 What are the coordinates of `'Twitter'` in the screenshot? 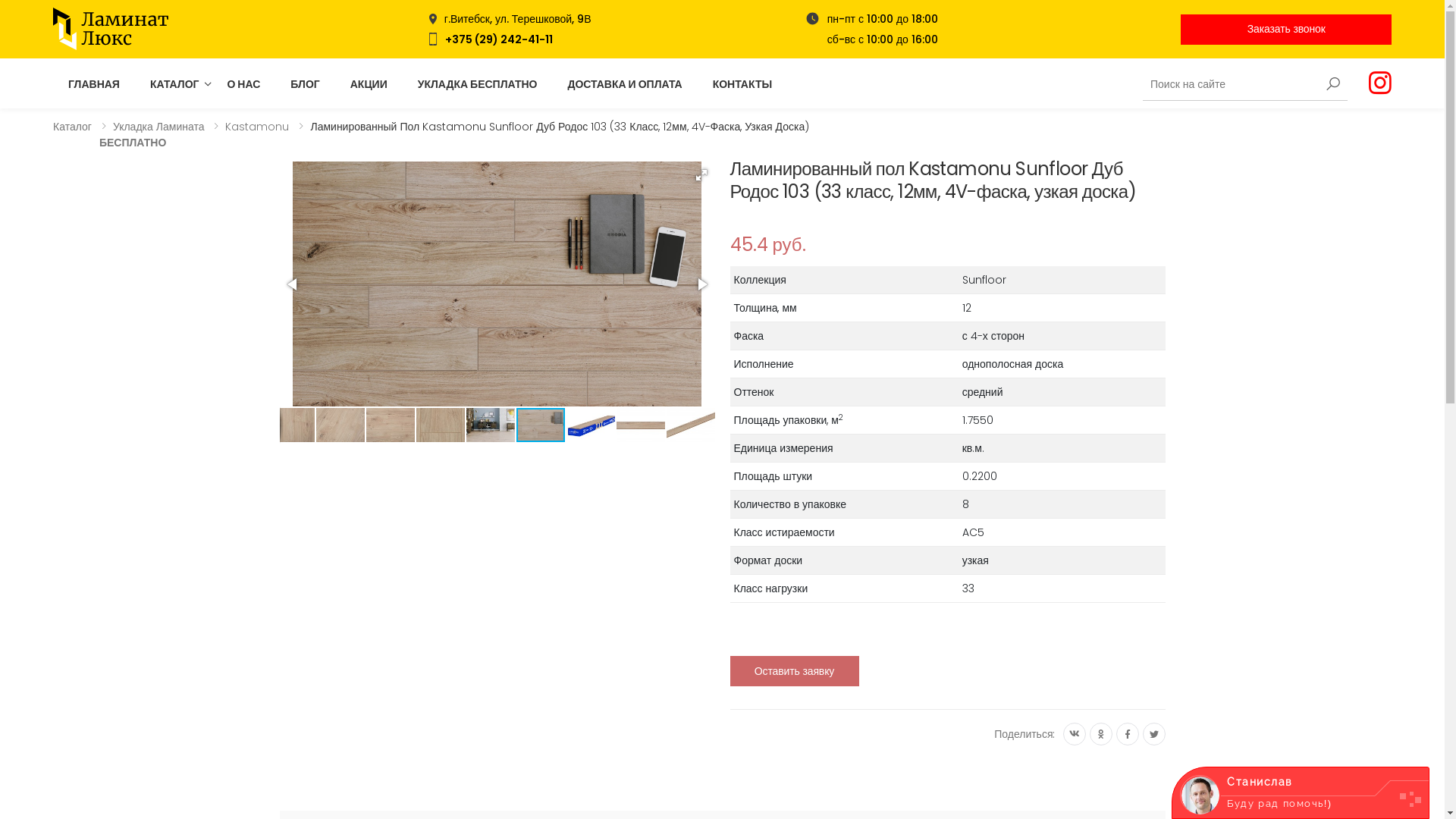 It's located at (1153, 733).